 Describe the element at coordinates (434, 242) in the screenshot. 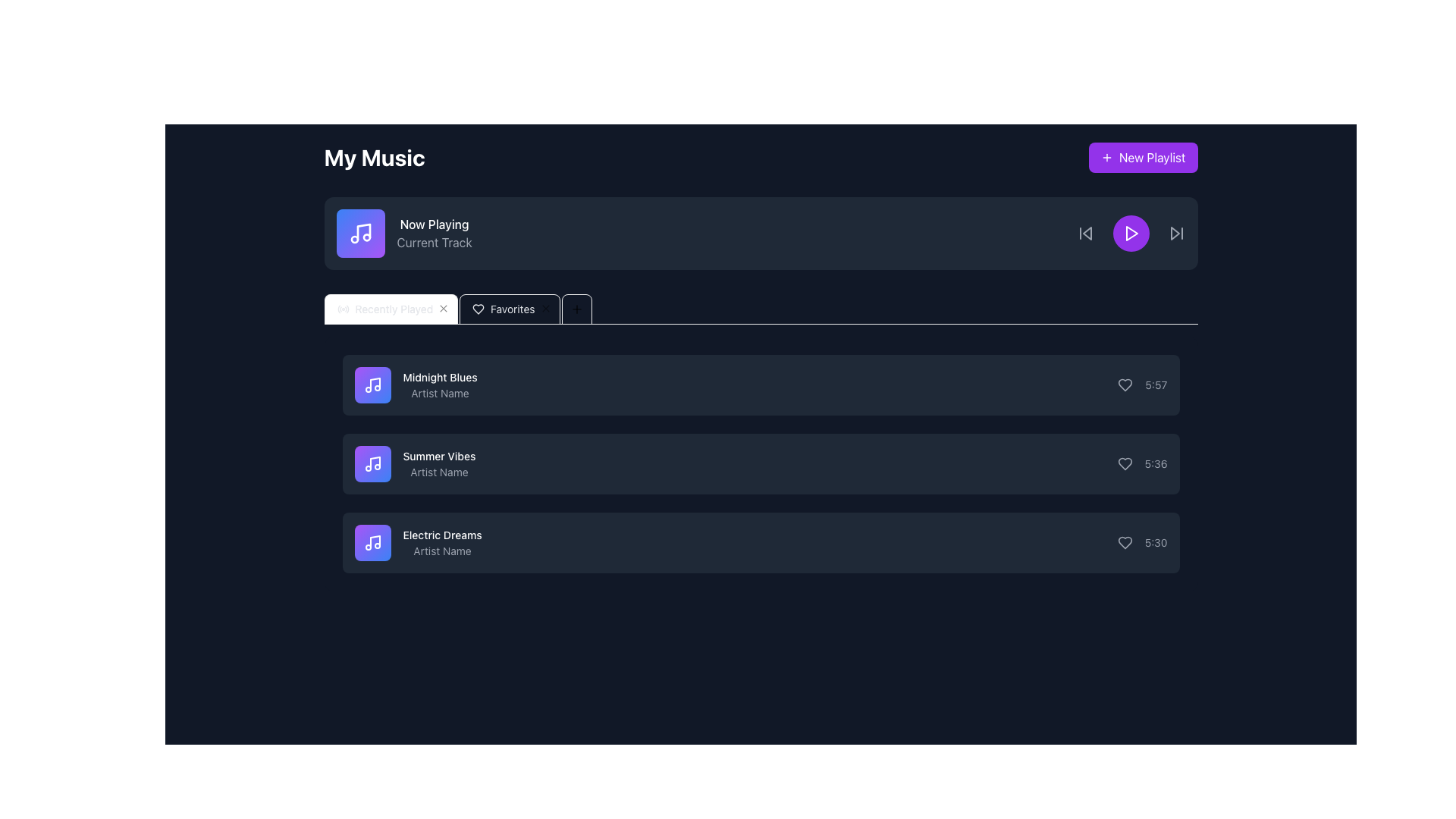

I see `the informational Text Label indicating the current track being played, located in the 'Now Playing' section` at that location.